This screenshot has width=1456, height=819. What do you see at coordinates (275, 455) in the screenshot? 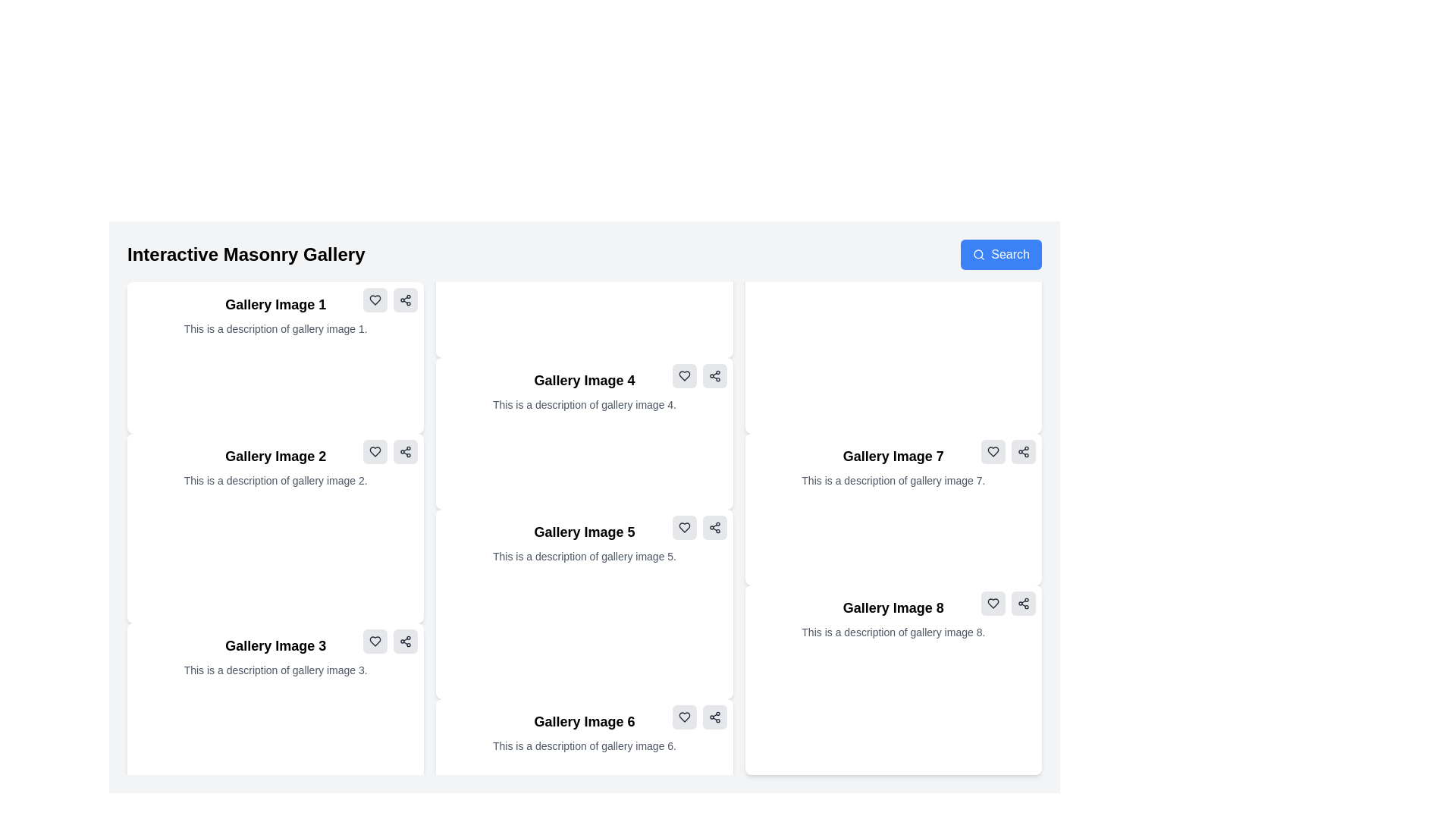
I see `text content of the label that displays 'Gallery Image 2', which is prominently styled and located at the top of the corresponding description box` at bounding box center [275, 455].